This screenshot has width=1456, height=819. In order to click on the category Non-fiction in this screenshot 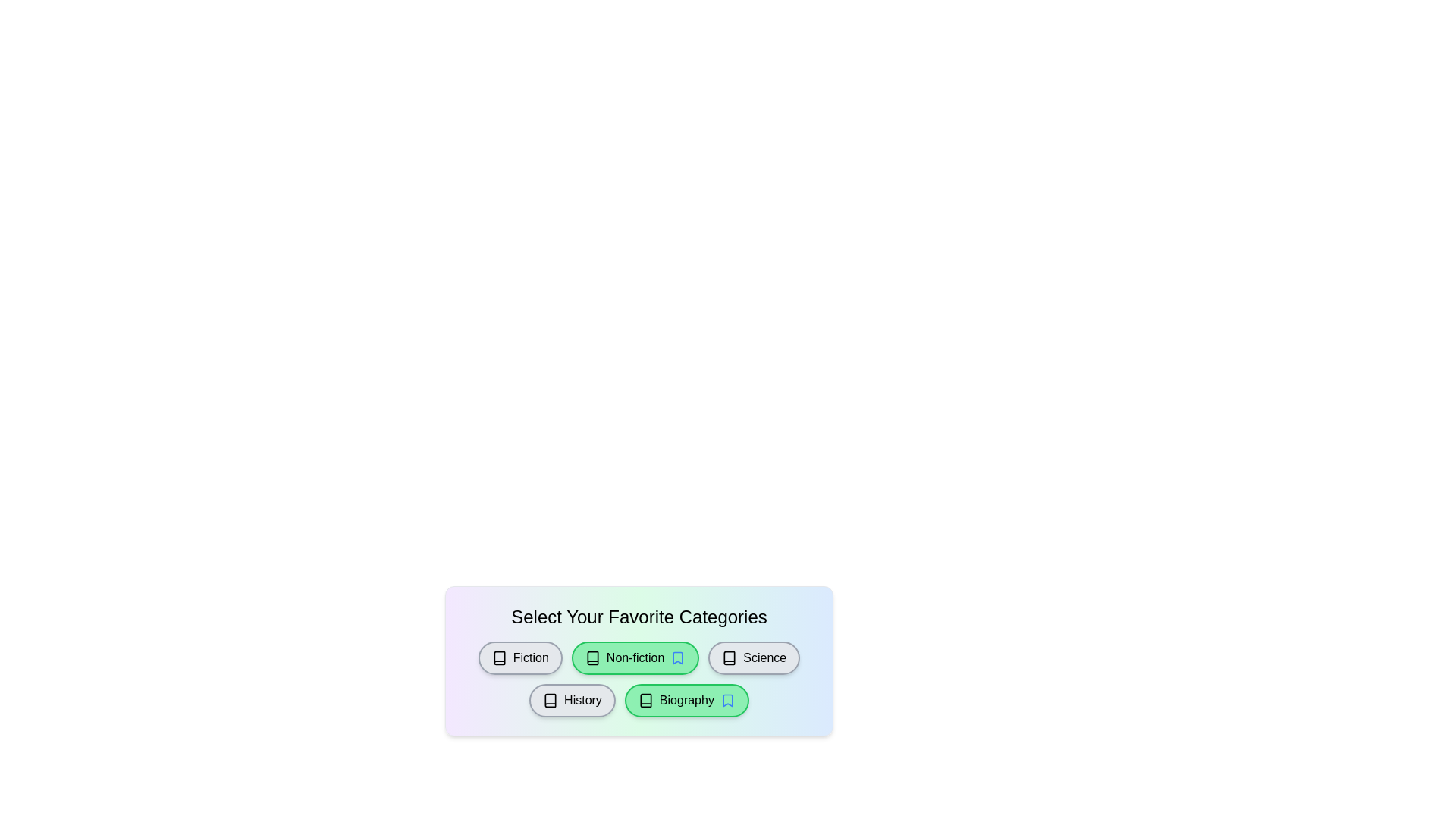, I will do `click(635, 657)`.